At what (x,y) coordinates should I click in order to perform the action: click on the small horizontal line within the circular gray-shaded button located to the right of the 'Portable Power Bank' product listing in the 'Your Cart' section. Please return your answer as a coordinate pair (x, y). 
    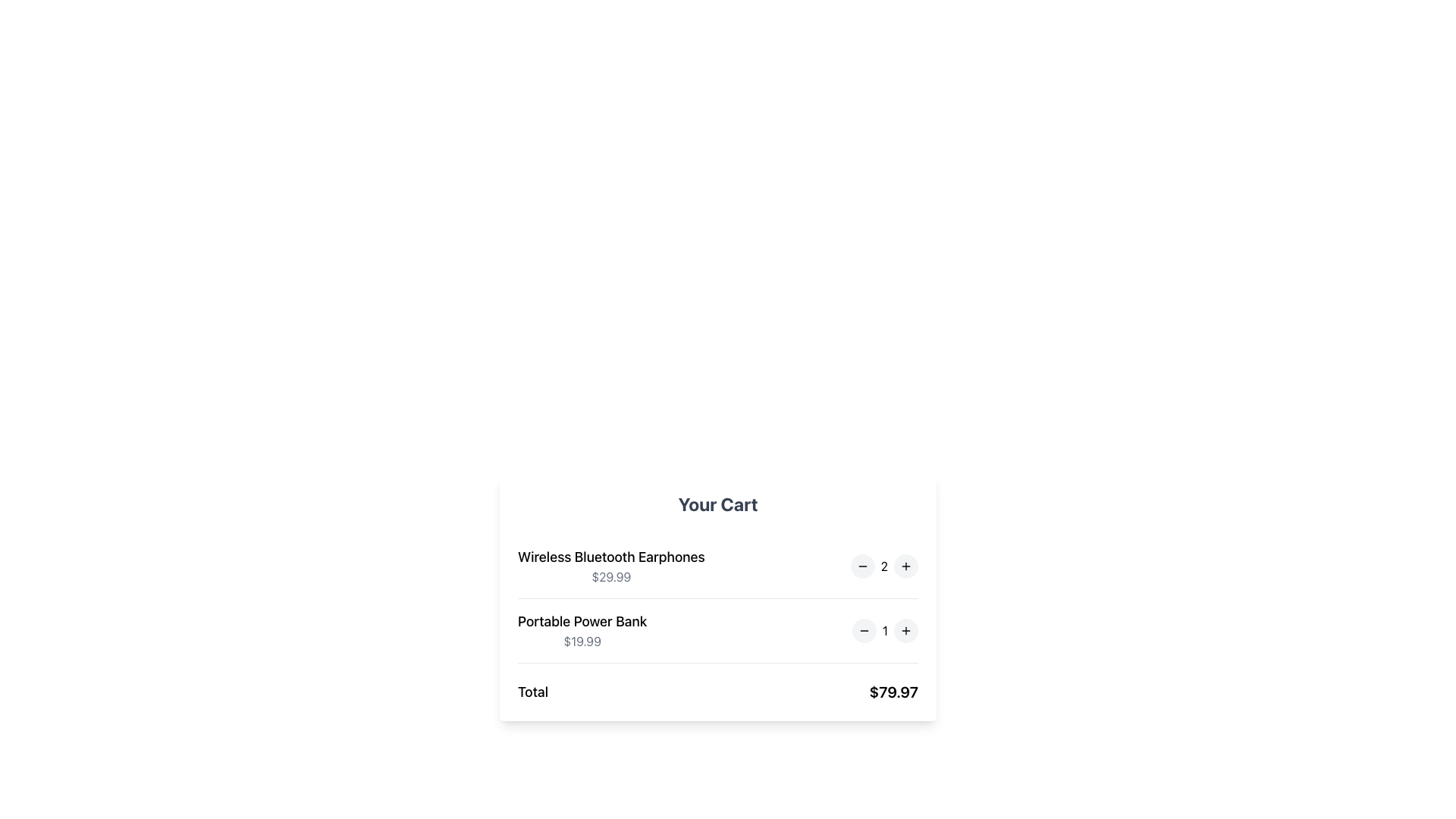
    Looking at the image, I should click on (864, 631).